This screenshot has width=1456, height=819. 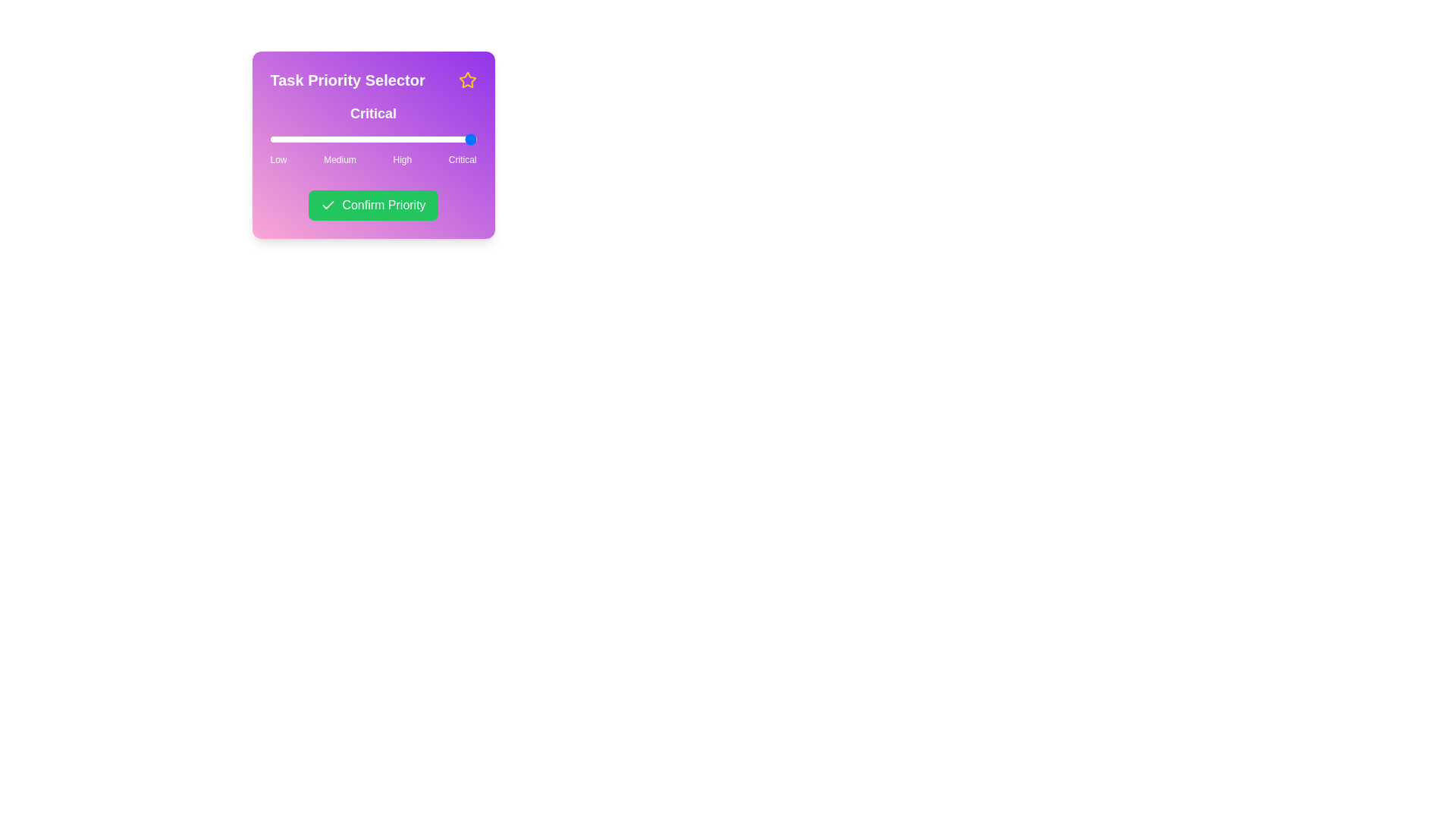 I want to click on the priority level, so click(x=407, y=140).